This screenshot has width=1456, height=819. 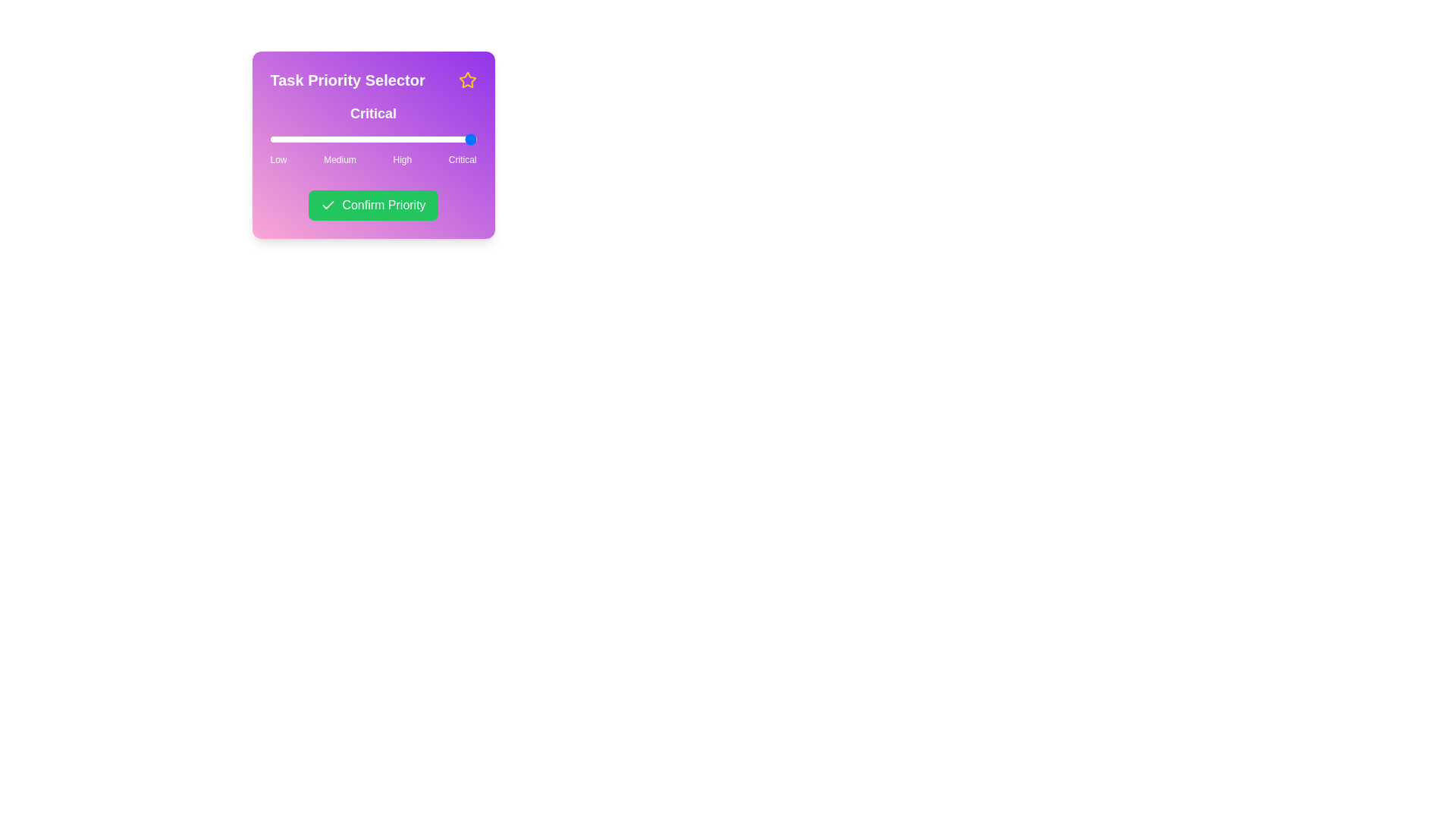 I want to click on the priority level, so click(x=407, y=140).